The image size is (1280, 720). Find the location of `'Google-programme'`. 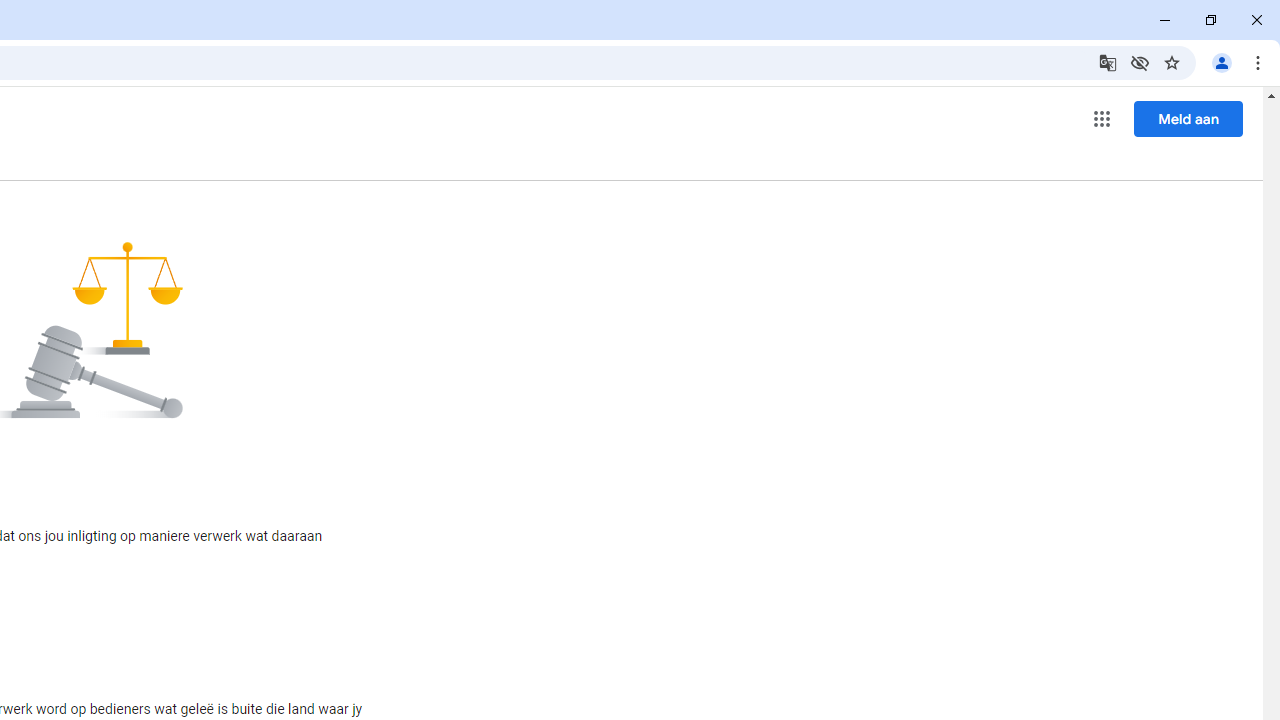

'Google-programme' is located at coordinates (1101, 119).